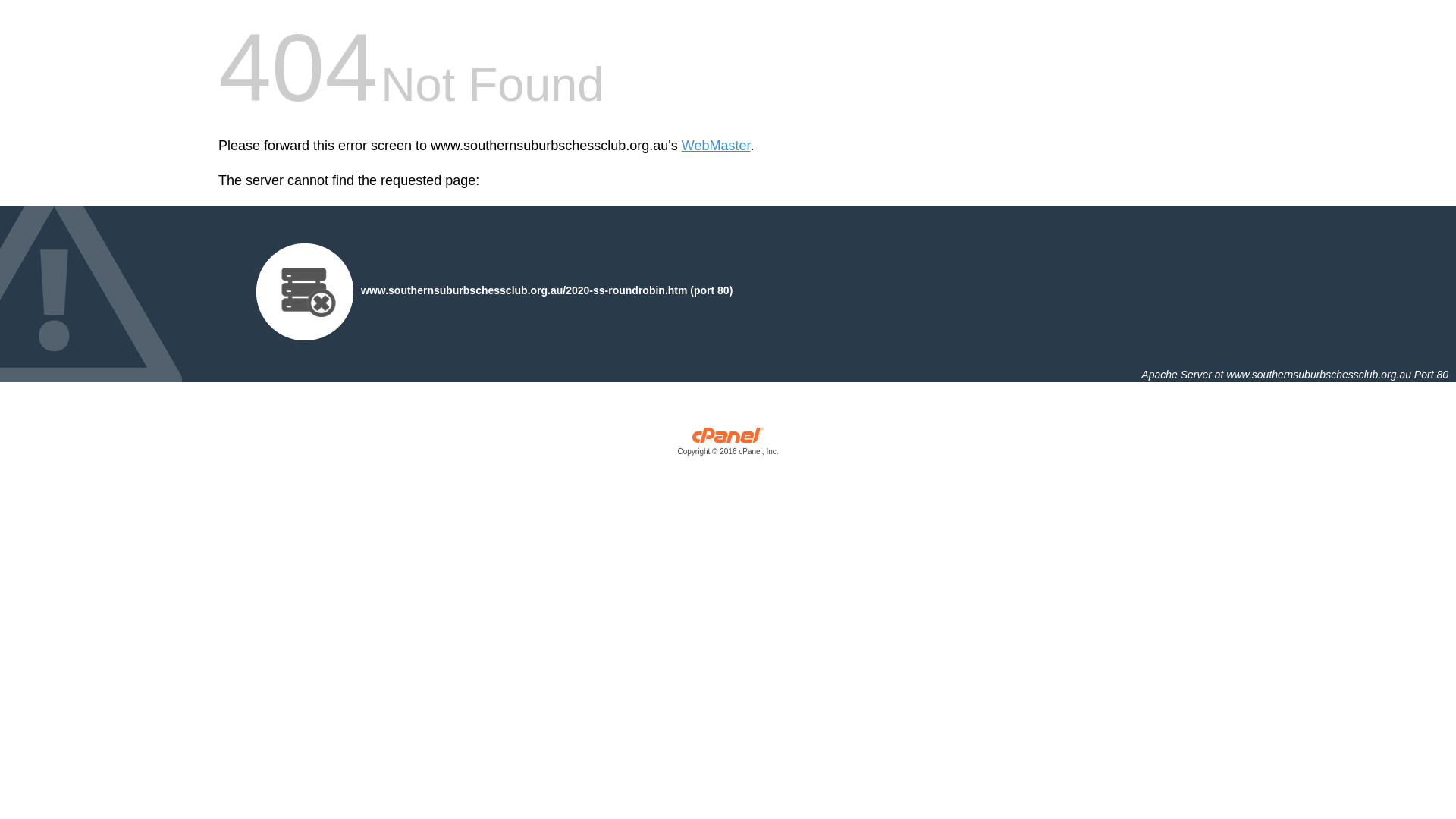  Describe the element at coordinates (715, 146) in the screenshot. I see `'WebMaster'` at that location.